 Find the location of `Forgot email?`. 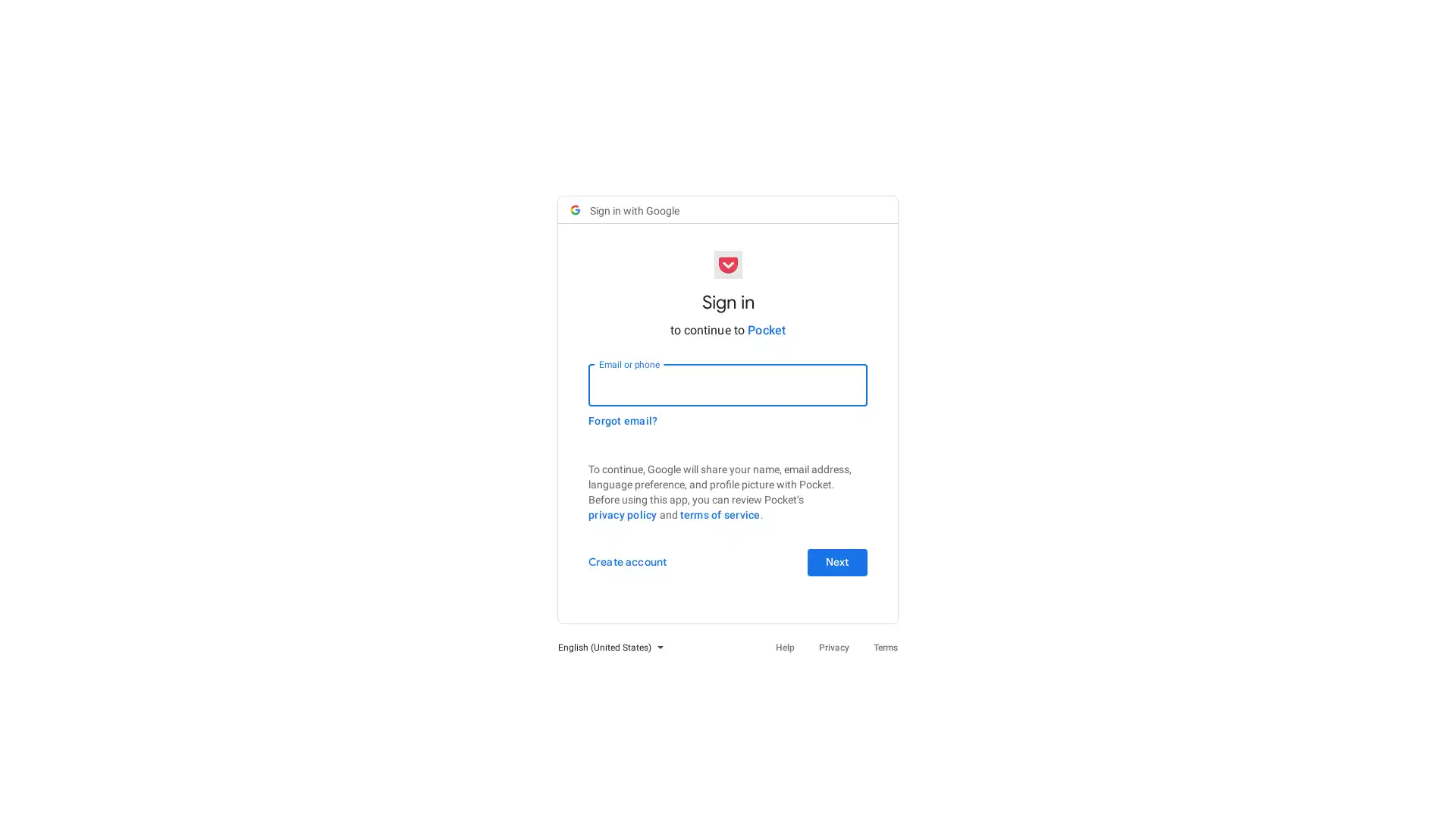

Forgot email? is located at coordinates (623, 420).